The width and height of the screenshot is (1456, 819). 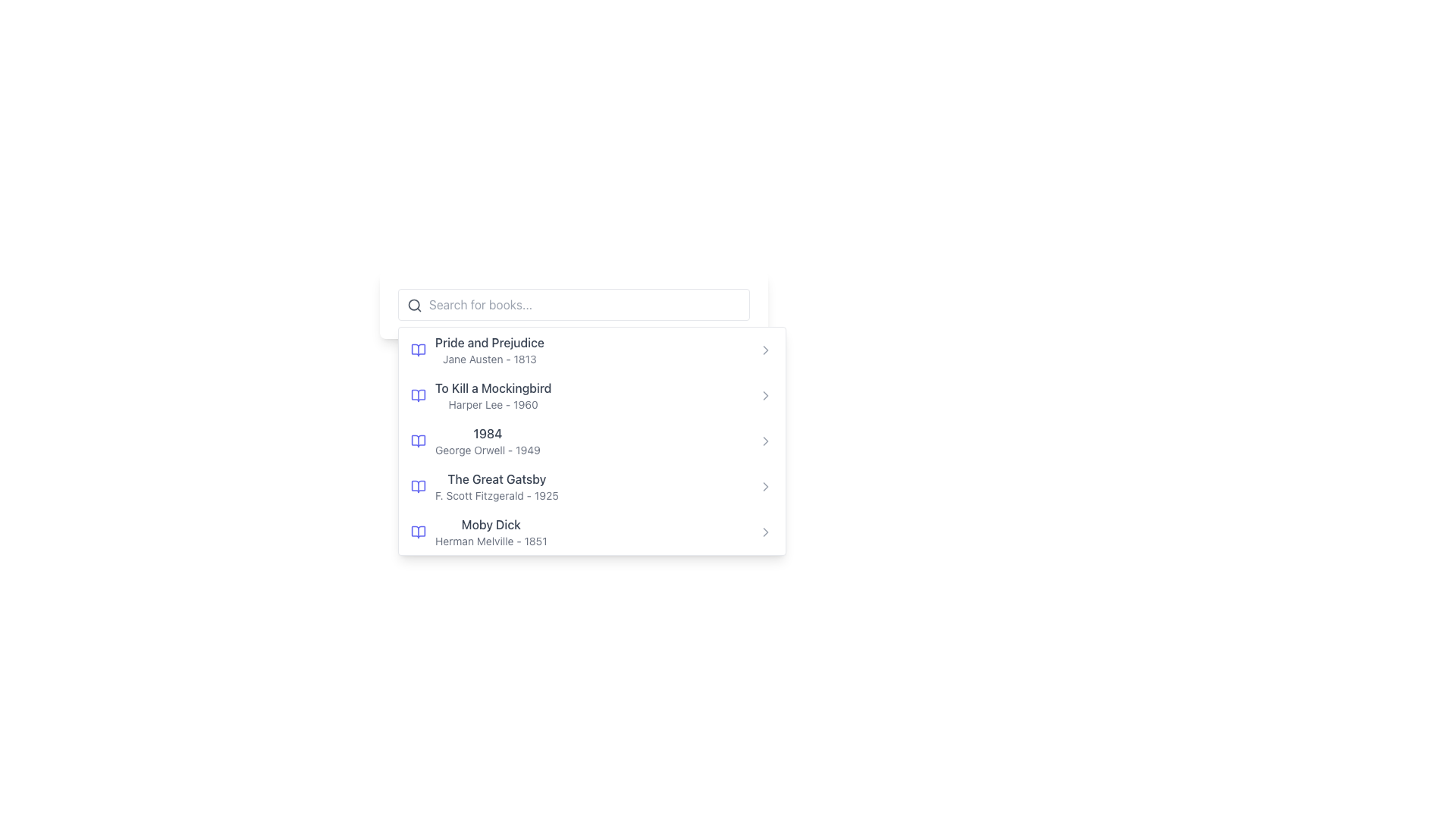 What do you see at coordinates (765, 532) in the screenshot?
I see `the chevron icon located at the far-right of the row representing 'Moby Dick' by Herman Melville` at bounding box center [765, 532].